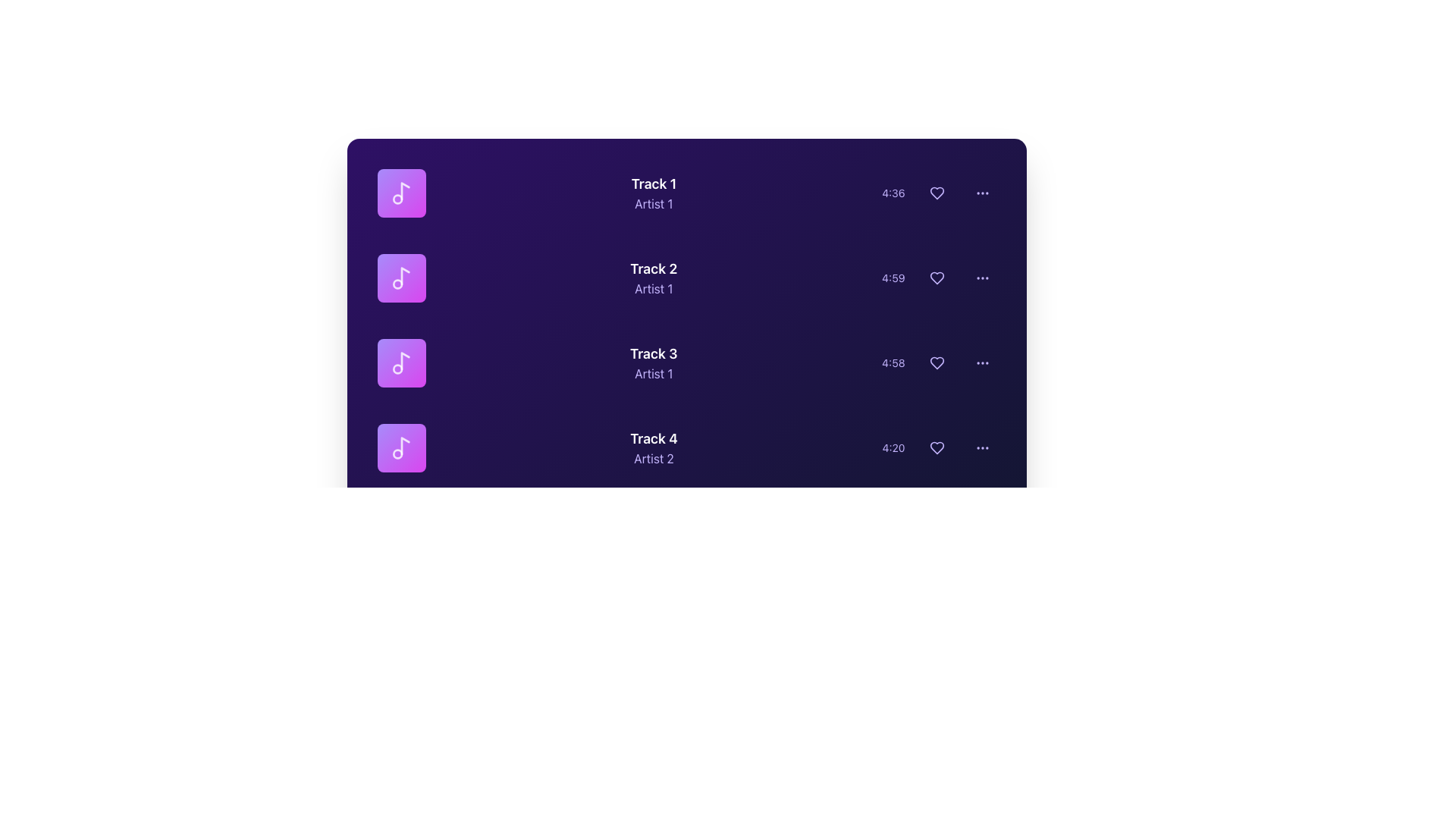 Image resolution: width=1456 pixels, height=819 pixels. What do you see at coordinates (401, 278) in the screenshot?
I see `the music track icon representing 'Track 2' by 'Artist 1', which is the second icon in a vertical list of similar styled icons` at bounding box center [401, 278].